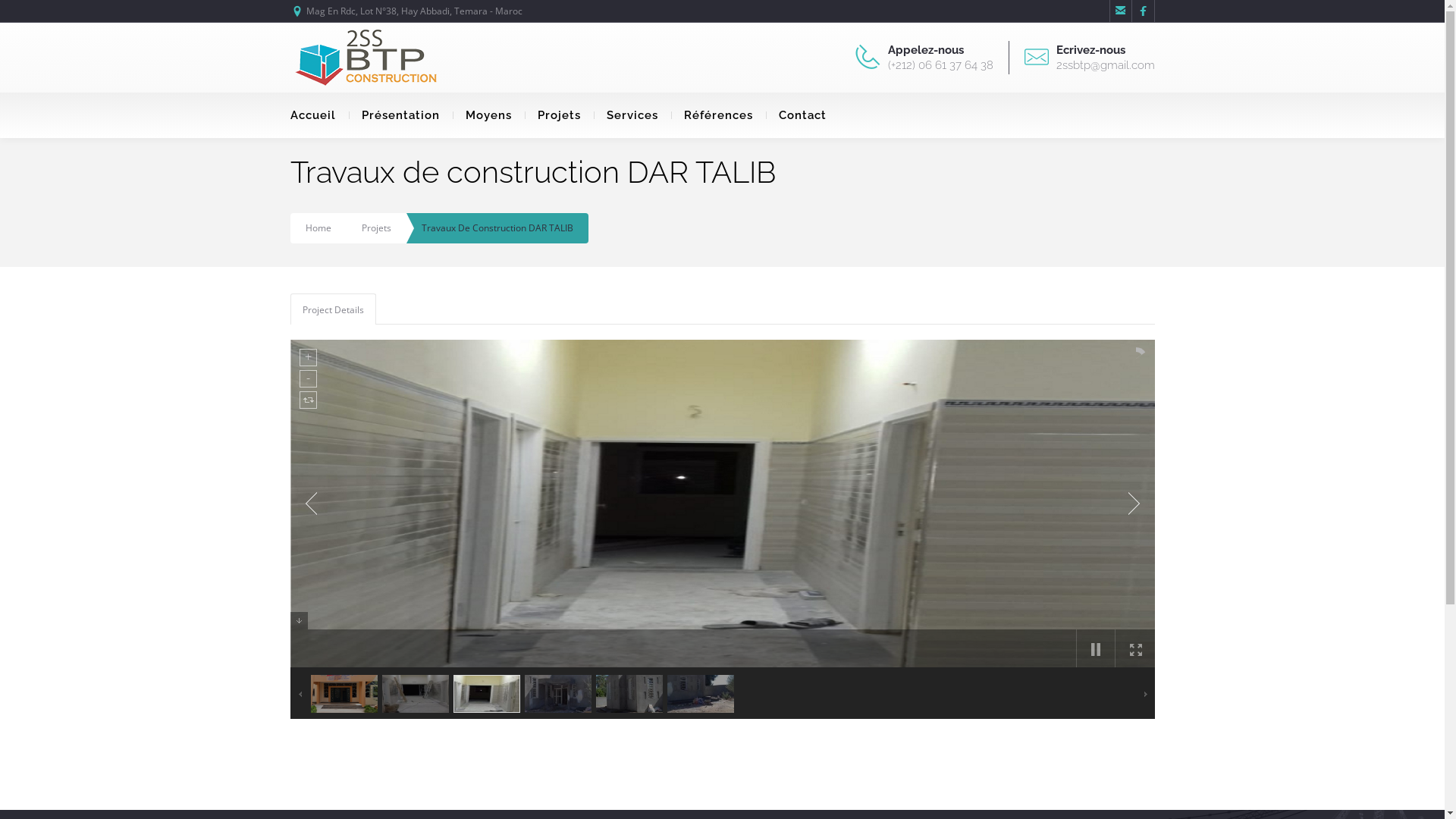 The height and width of the screenshot is (819, 1456). I want to click on 'Accueil', so click(318, 114).